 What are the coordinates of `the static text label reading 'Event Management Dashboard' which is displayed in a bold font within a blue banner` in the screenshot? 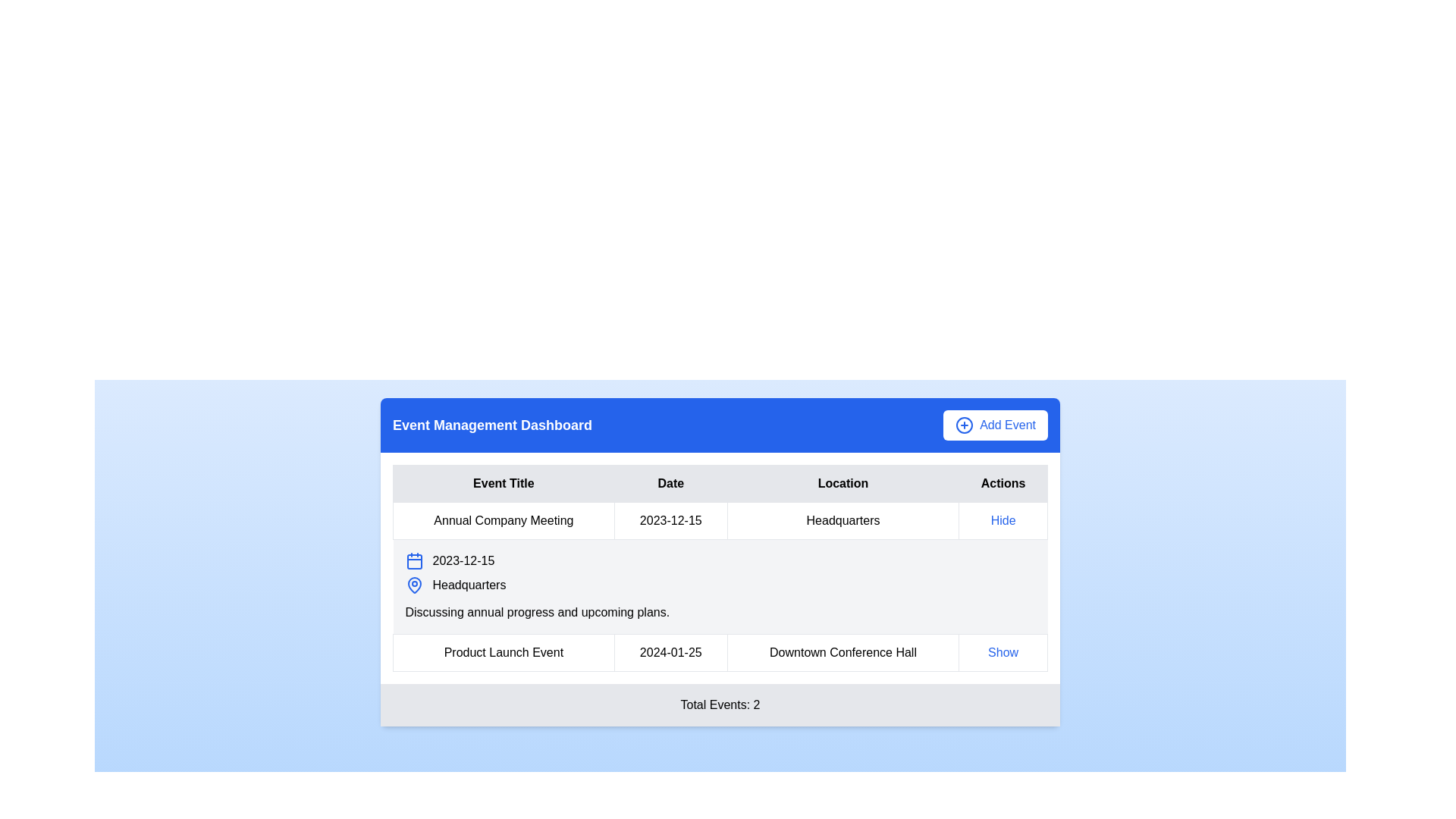 It's located at (492, 425).